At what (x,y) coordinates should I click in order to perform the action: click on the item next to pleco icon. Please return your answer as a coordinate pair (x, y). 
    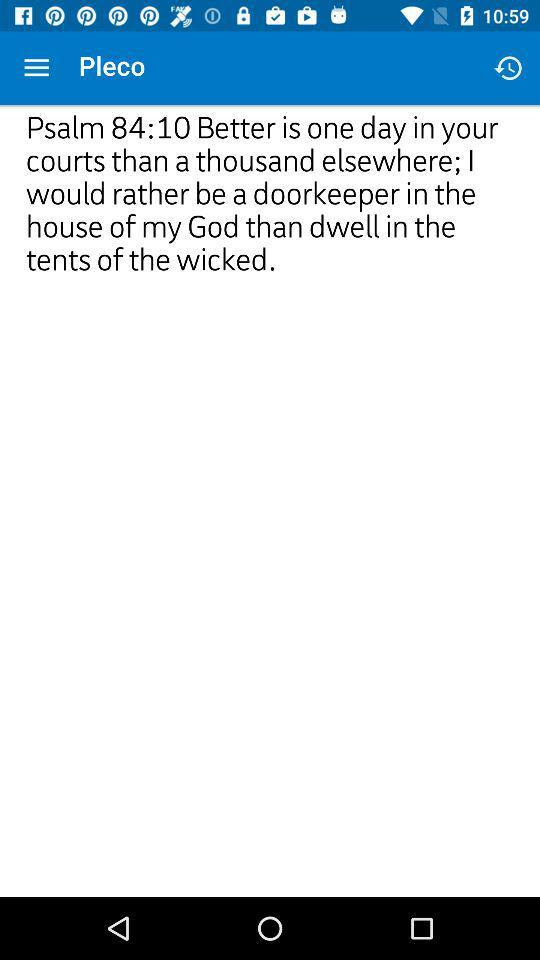
    Looking at the image, I should click on (508, 68).